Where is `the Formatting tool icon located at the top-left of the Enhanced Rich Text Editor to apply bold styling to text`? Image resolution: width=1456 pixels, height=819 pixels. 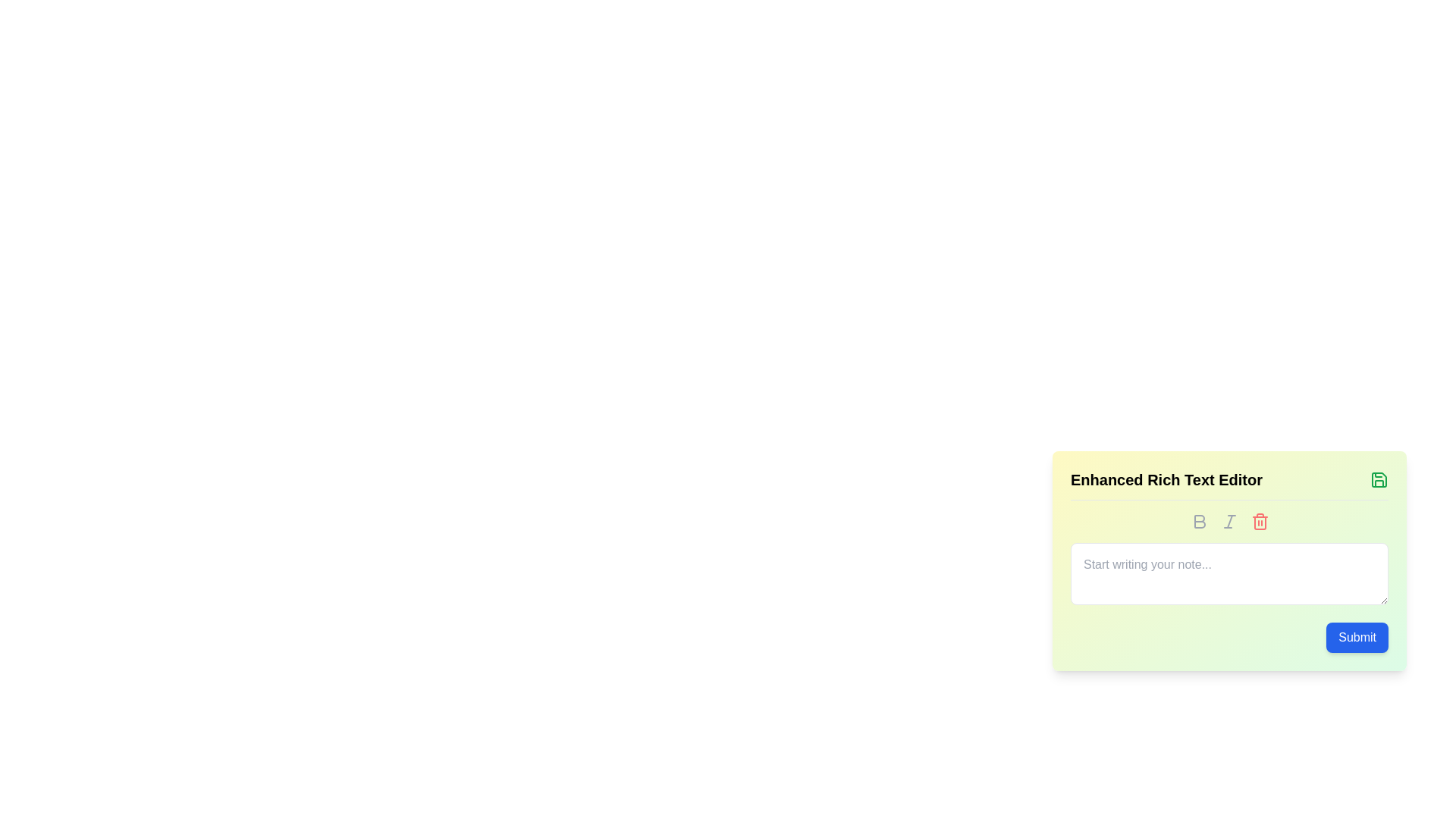 the Formatting tool icon located at the top-left of the Enhanced Rich Text Editor to apply bold styling to text is located at coordinates (1199, 520).